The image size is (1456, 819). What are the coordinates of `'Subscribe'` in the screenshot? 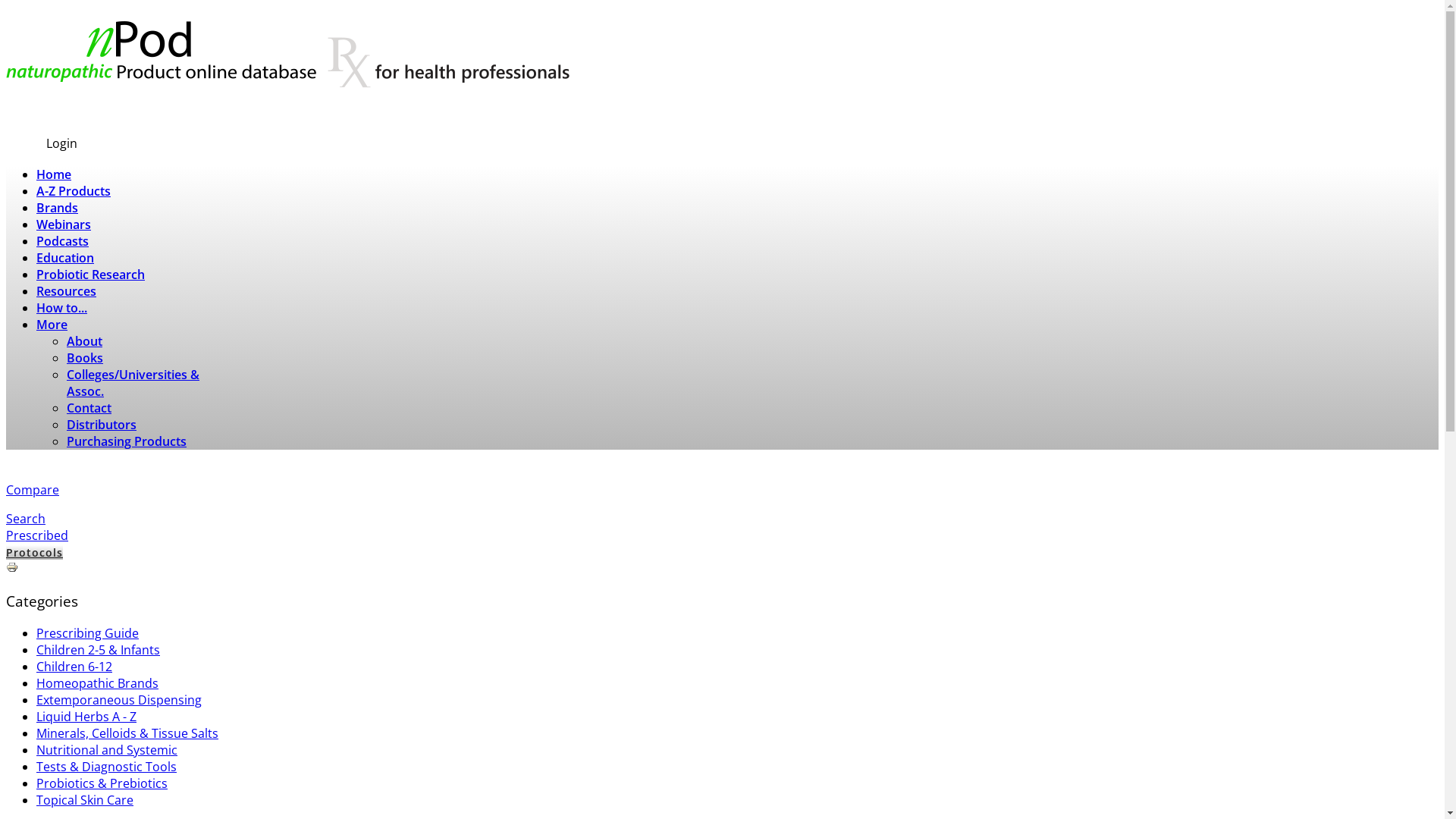 It's located at (34, 111).